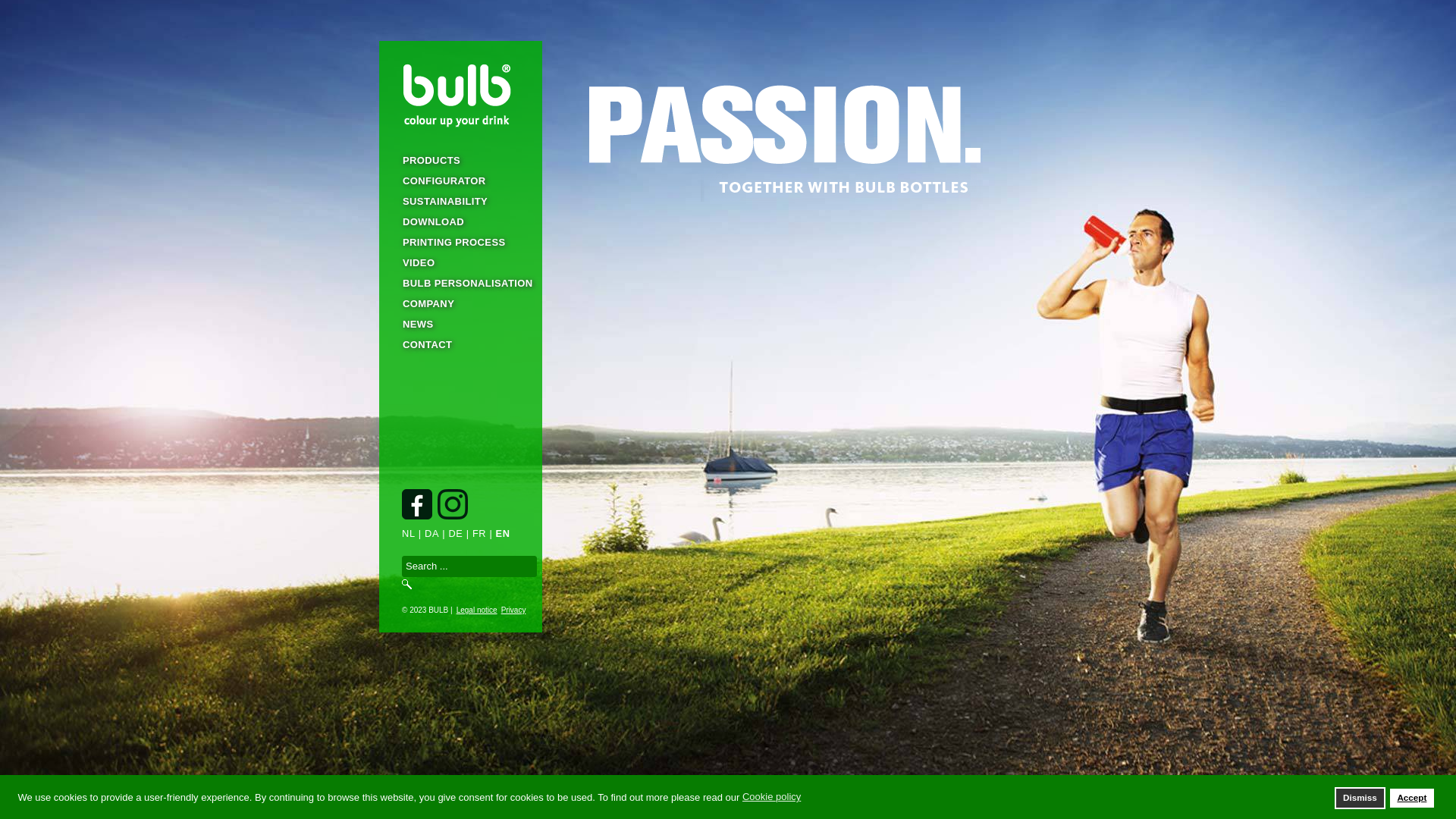  What do you see at coordinates (431, 532) in the screenshot?
I see `'DA'` at bounding box center [431, 532].